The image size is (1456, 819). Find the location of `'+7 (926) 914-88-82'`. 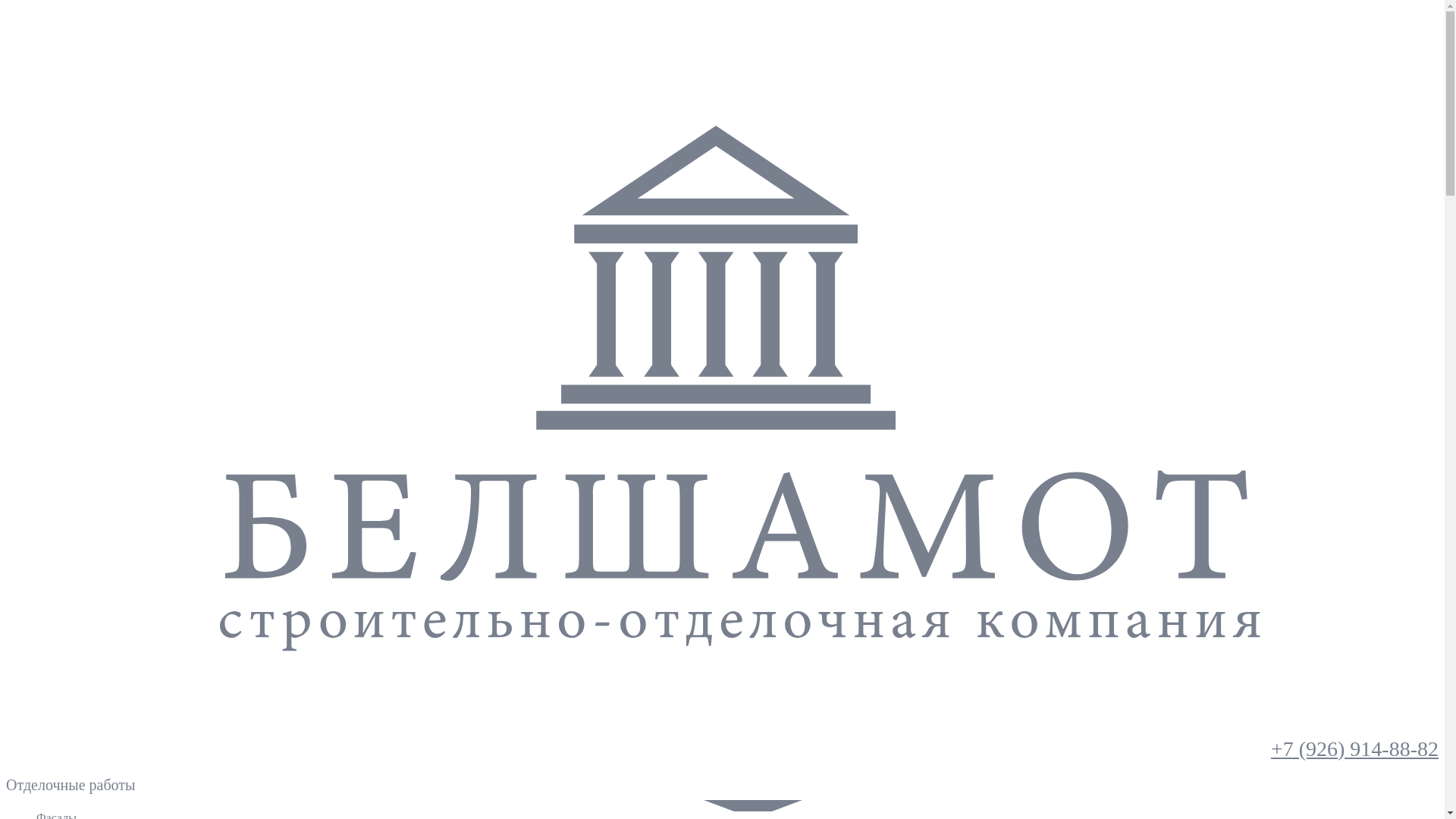

'+7 (926) 914-88-82' is located at coordinates (1354, 748).